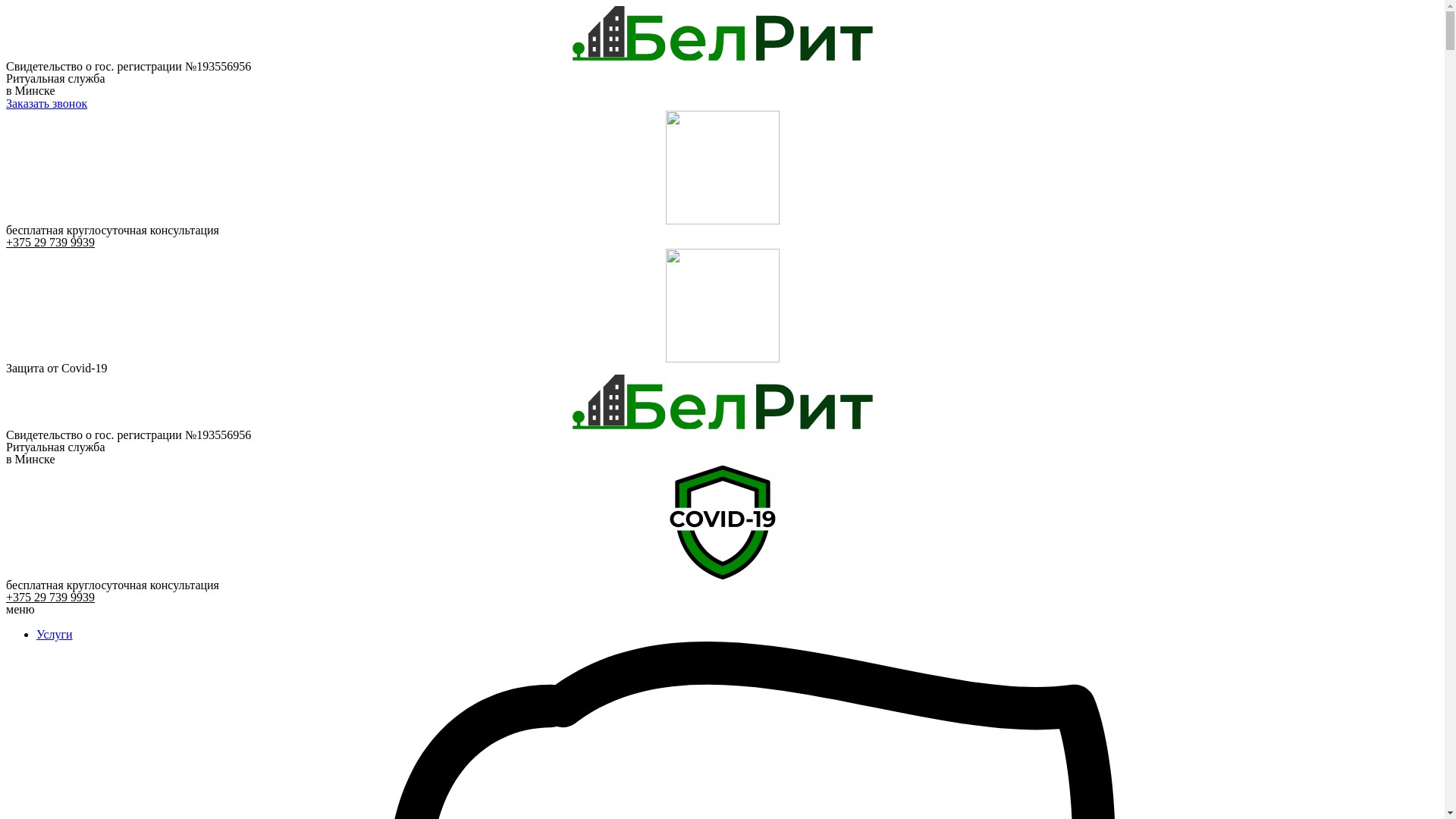  Describe the element at coordinates (50, 596) in the screenshot. I see `'+375 29 739 9939'` at that location.